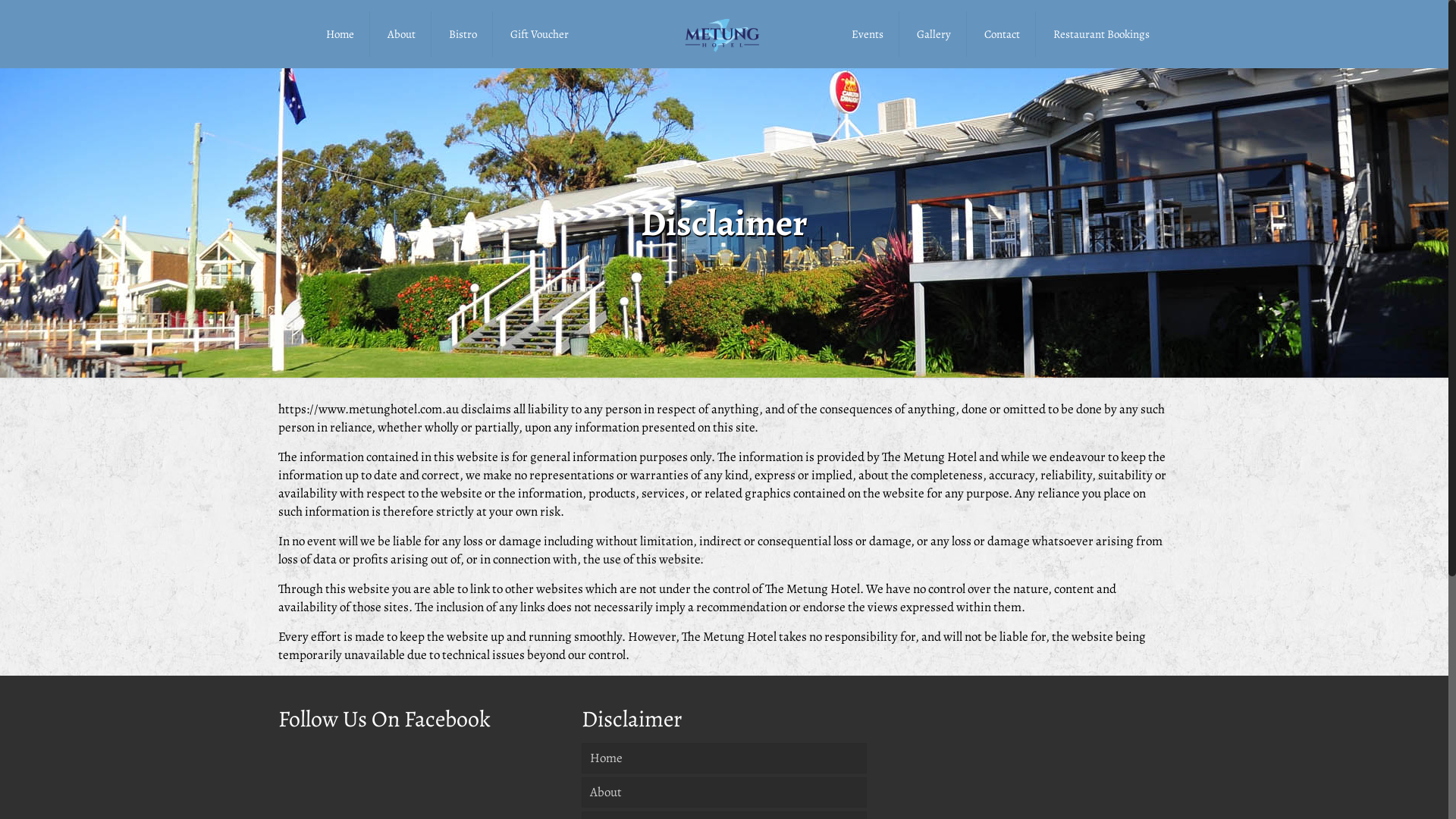  Describe the element at coordinates (1002, 34) in the screenshot. I see `'Contact'` at that location.